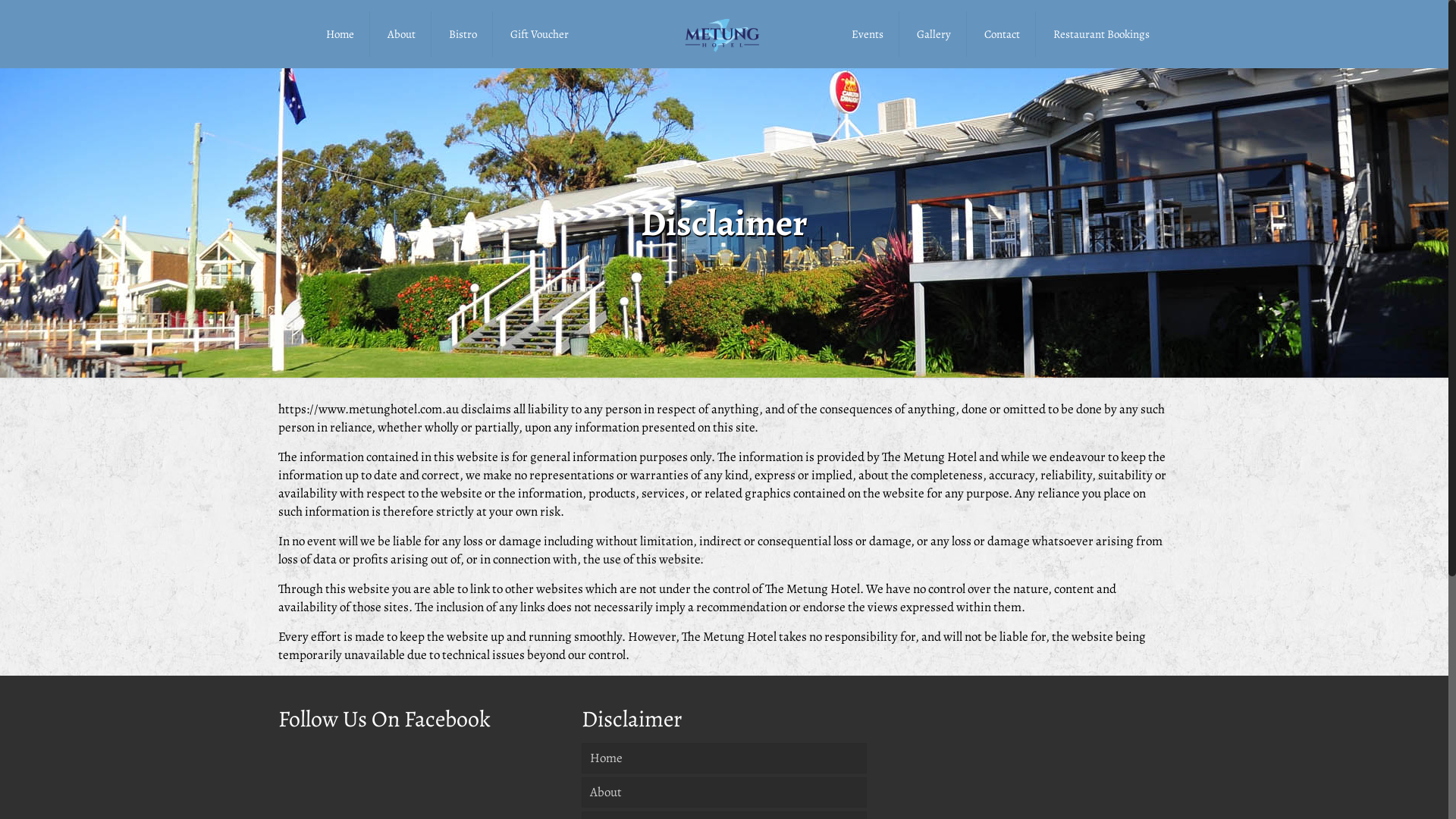  Describe the element at coordinates (1002, 34) in the screenshot. I see `'Contact'` at that location.